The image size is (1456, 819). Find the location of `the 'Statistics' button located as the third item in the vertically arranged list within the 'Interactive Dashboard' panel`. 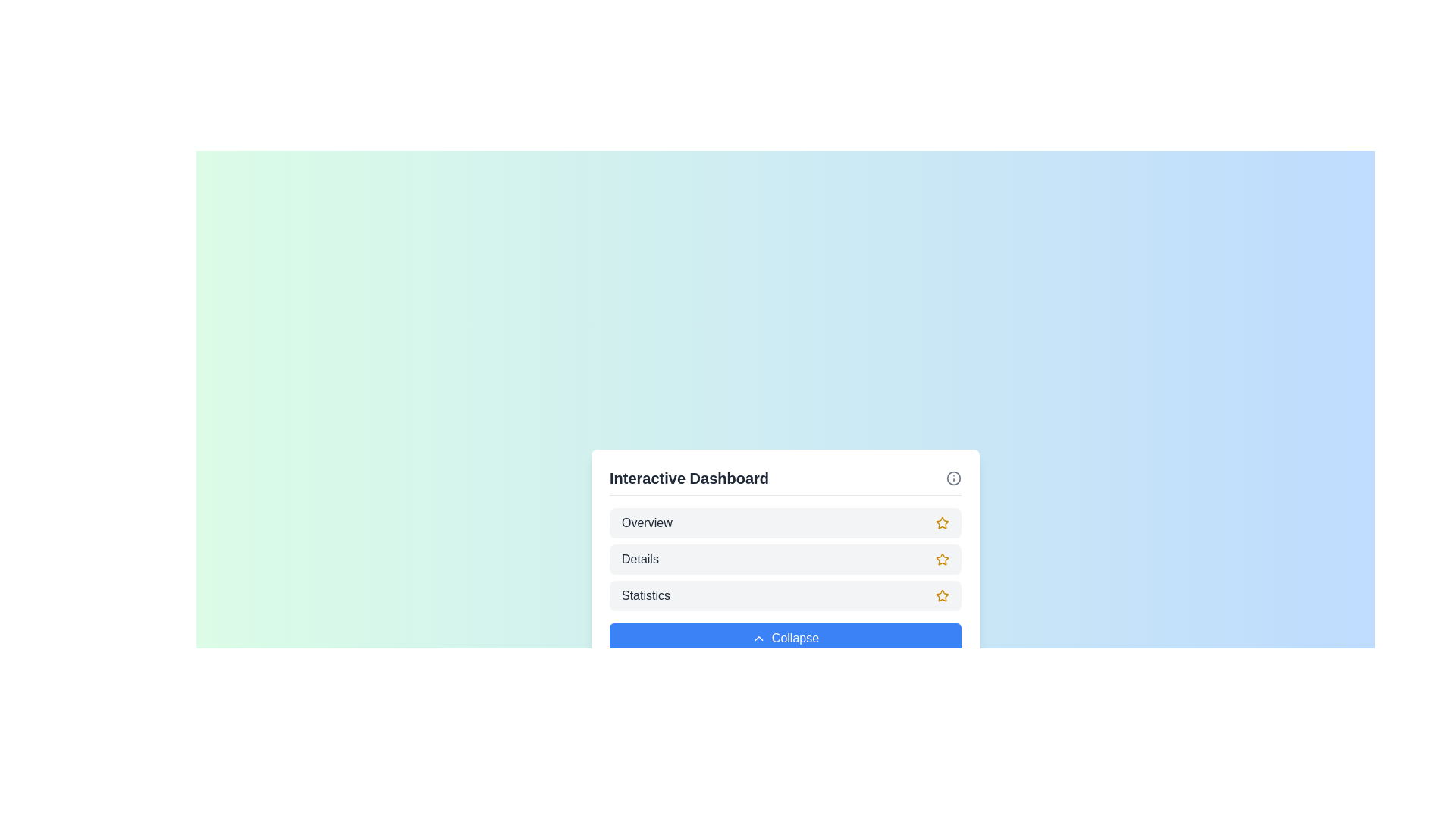

the 'Statistics' button located as the third item in the vertically arranged list within the 'Interactive Dashboard' panel is located at coordinates (786, 595).